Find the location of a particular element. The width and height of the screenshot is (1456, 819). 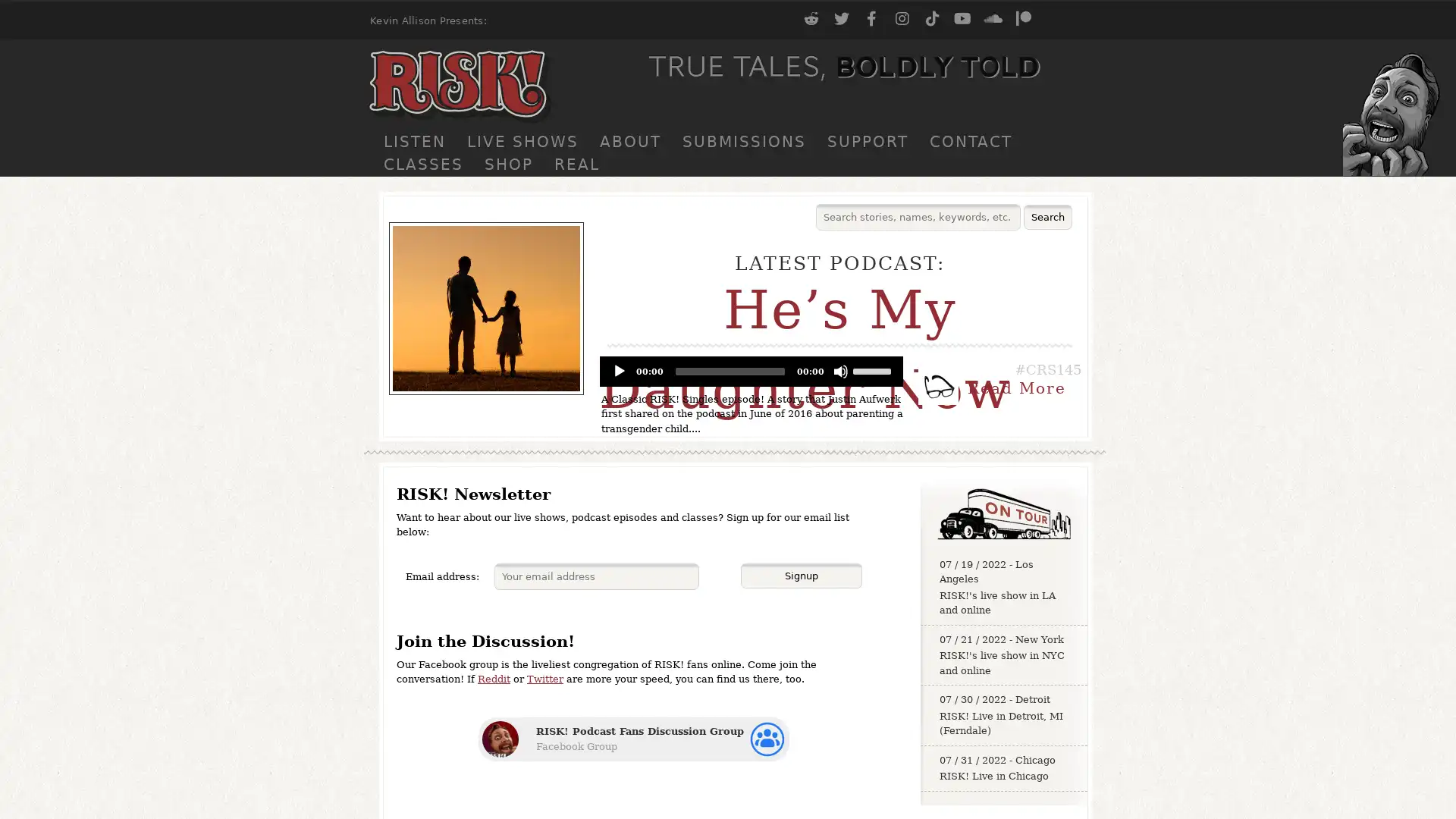

Play is located at coordinates (619, 371).